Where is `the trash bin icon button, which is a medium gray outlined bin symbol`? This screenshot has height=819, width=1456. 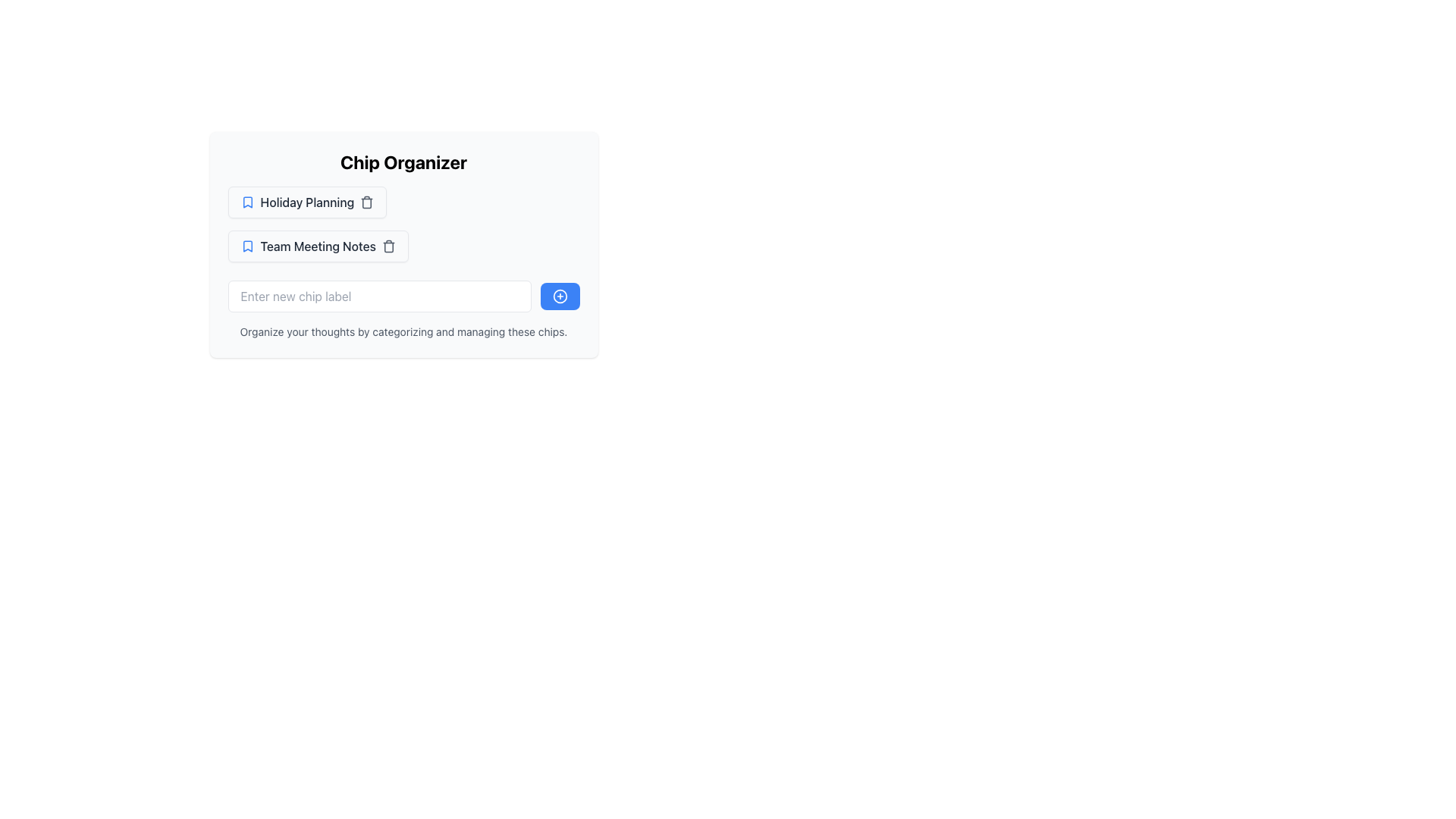
the trash bin icon button, which is a medium gray outlined bin symbol is located at coordinates (389, 245).